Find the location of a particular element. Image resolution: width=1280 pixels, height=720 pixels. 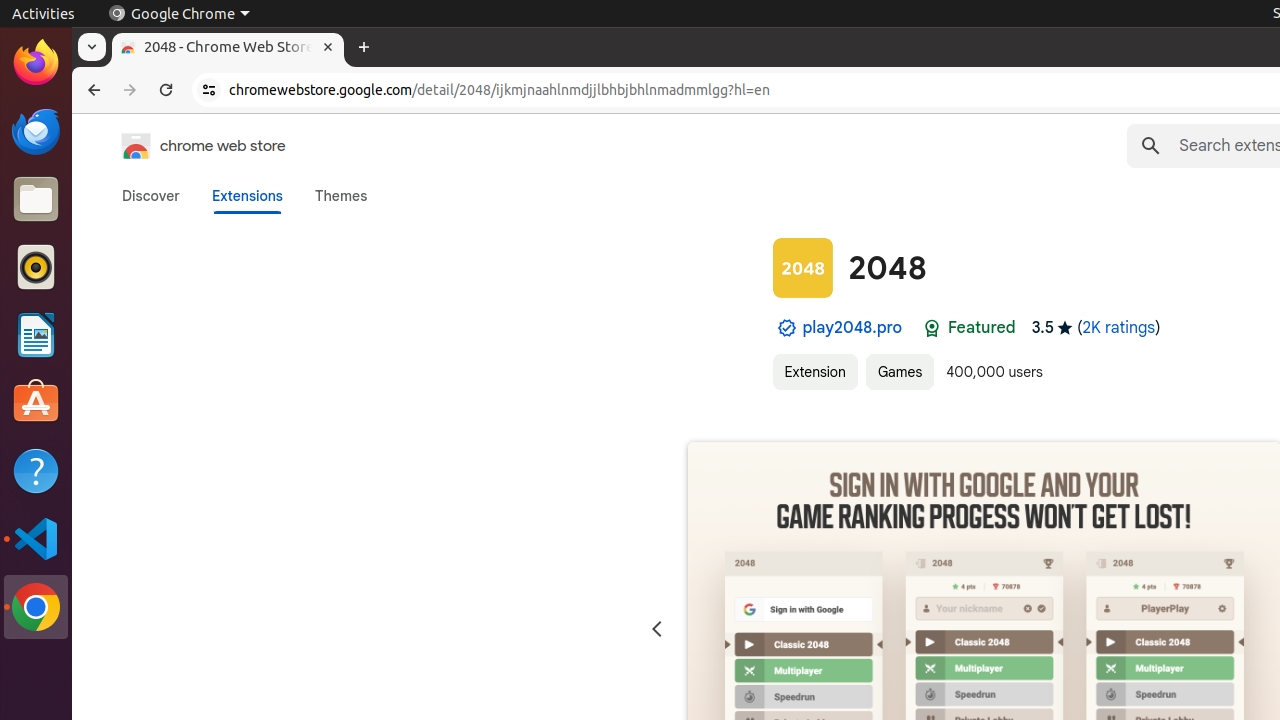

'Back' is located at coordinates (90, 90).